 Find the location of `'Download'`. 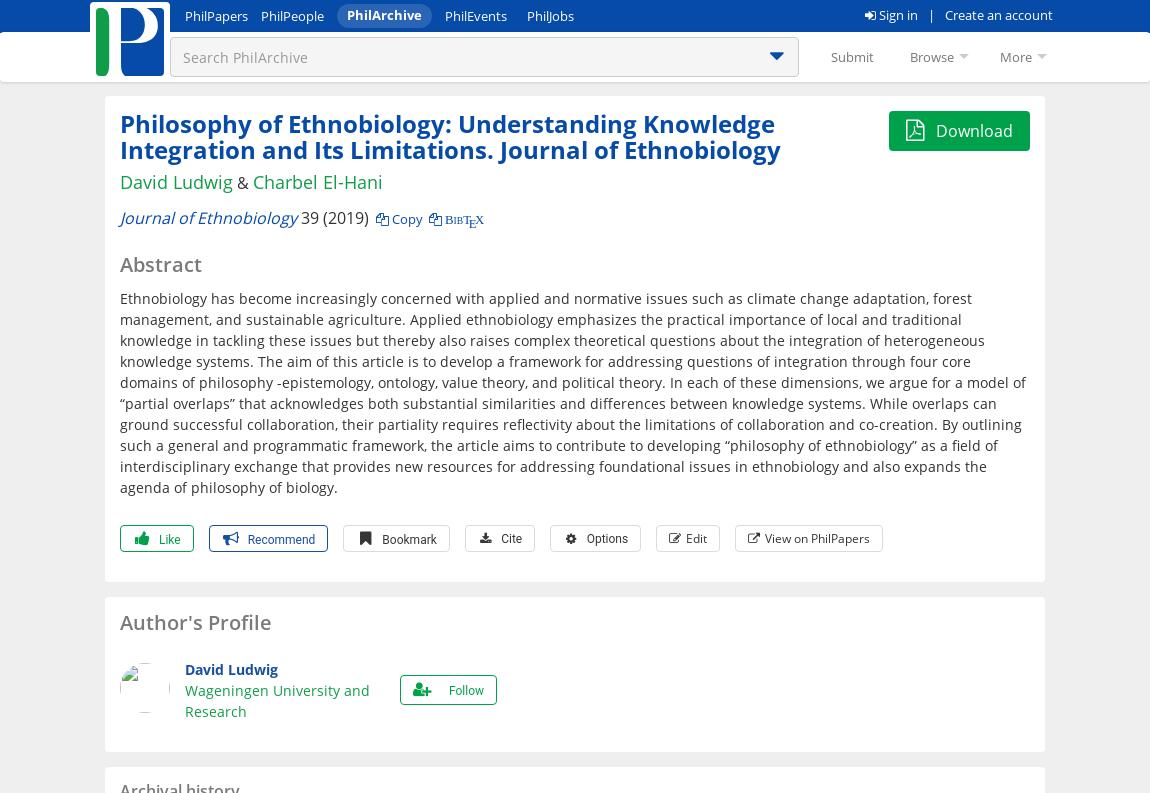

'Download' is located at coordinates (974, 130).